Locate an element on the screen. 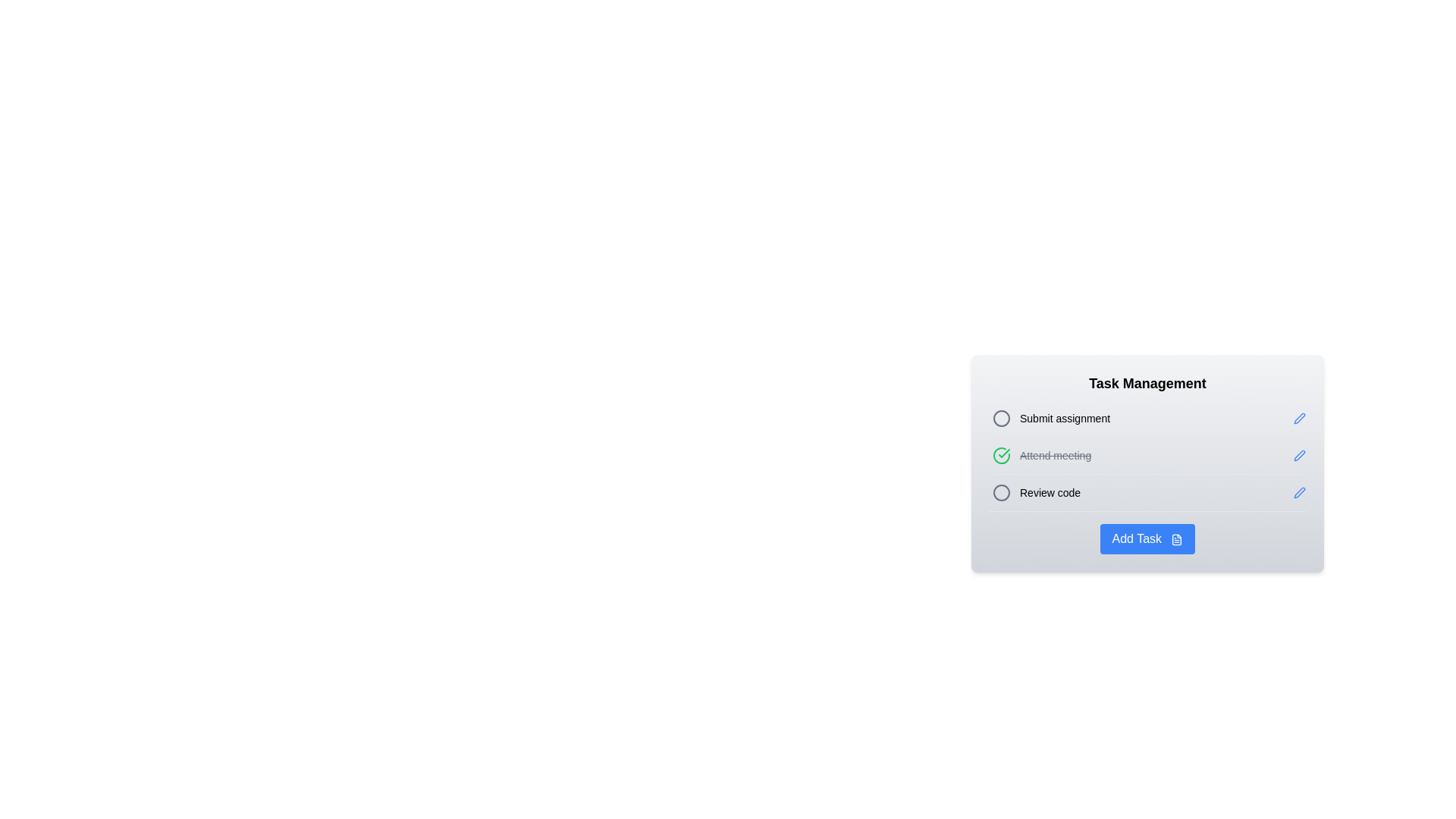 The height and width of the screenshot is (819, 1456). the circular checkbox with a green stroke and a checkmark inside, which indicates completion or success, located under the 'Task Management' header is located at coordinates (1001, 455).